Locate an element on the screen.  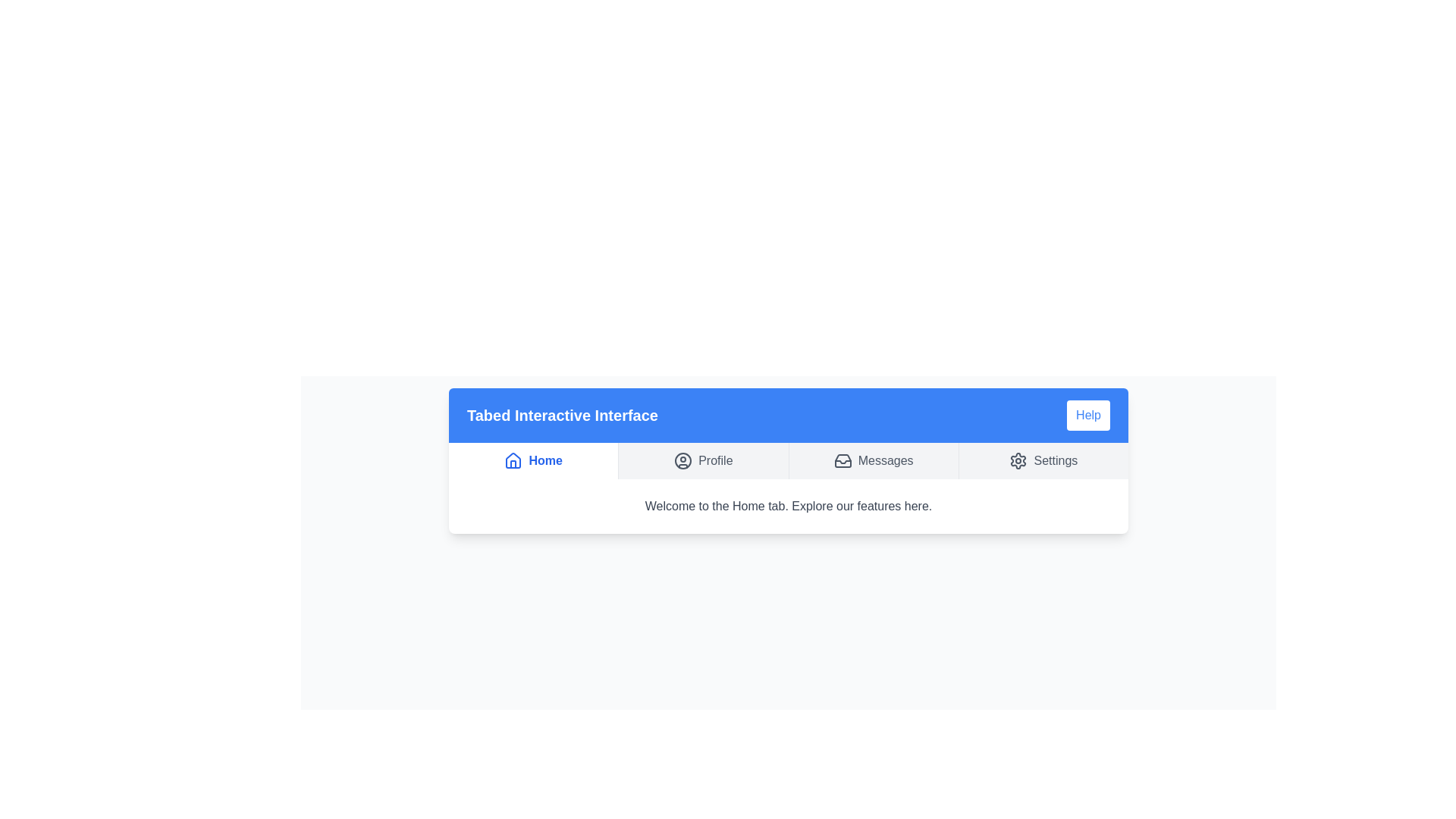
the settings icon located to the left of the 'Settings' label in the top right segment of the interface is located at coordinates (1018, 460).